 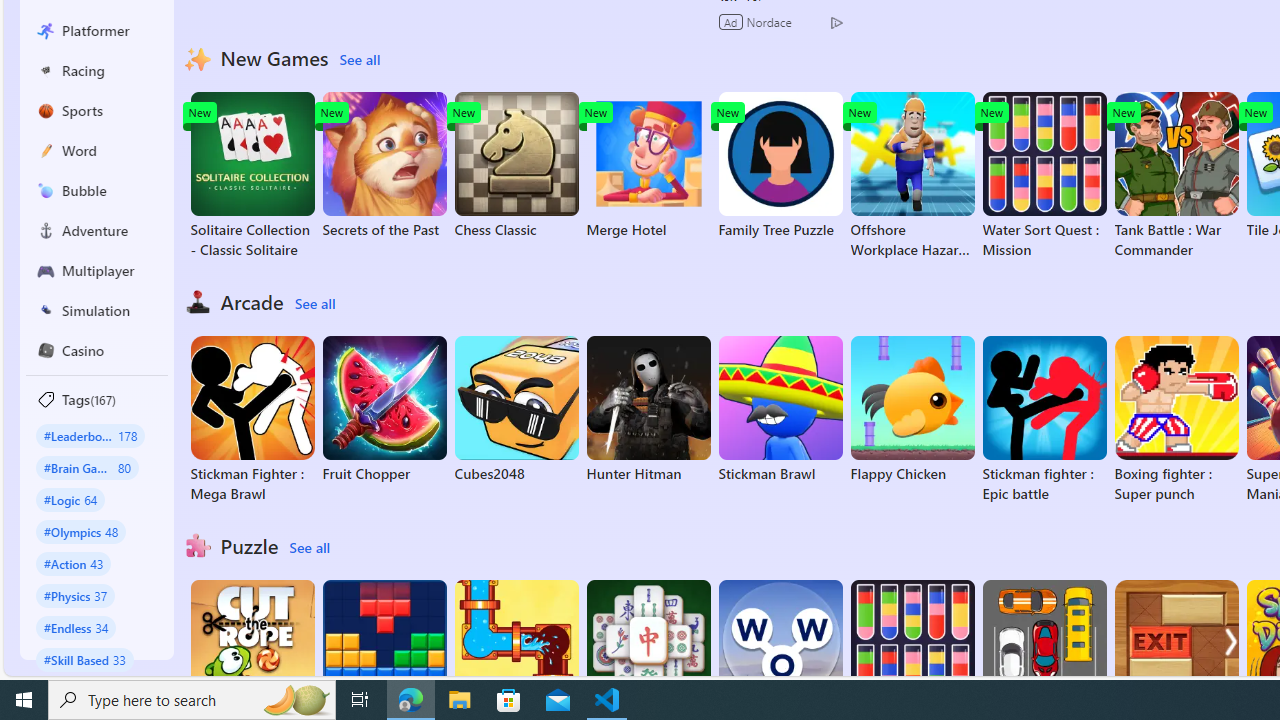 What do you see at coordinates (74, 563) in the screenshot?
I see `'#Action 43'` at bounding box center [74, 563].